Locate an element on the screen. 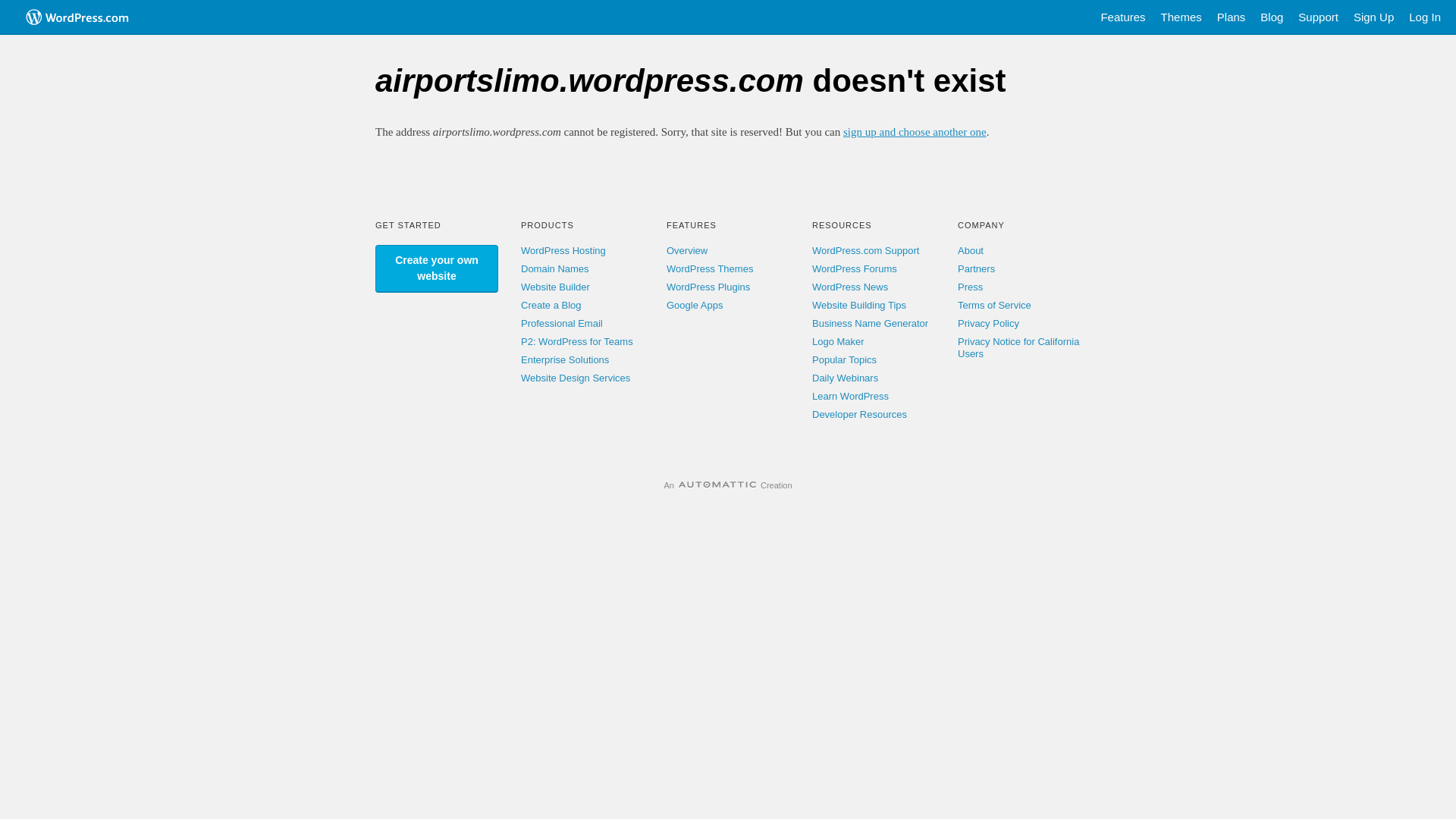  'Create your own website' is located at coordinates (436, 268).